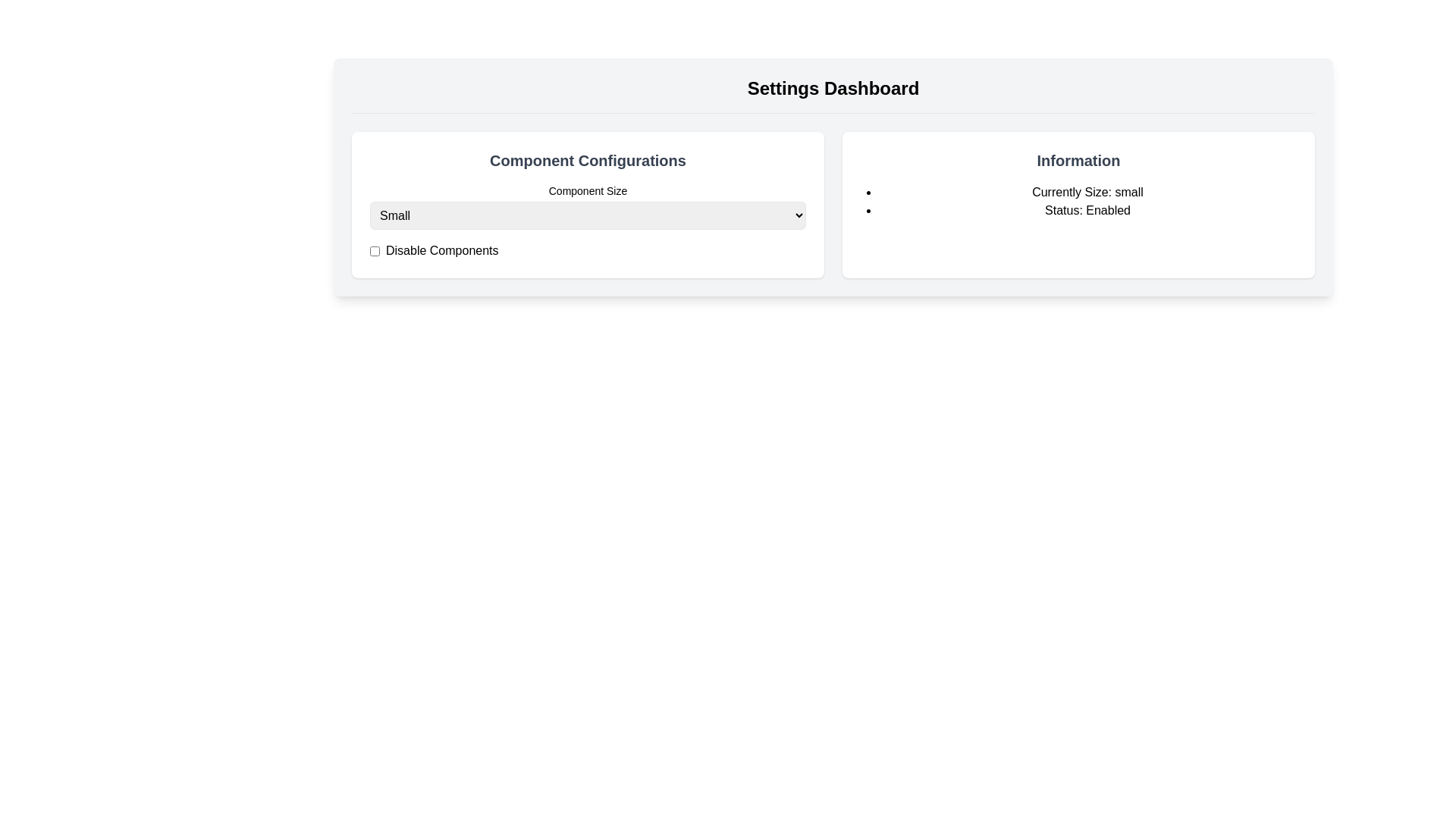  Describe the element at coordinates (1087, 192) in the screenshot. I see `the static text label that reads 'Currently Size: small', located under the header 'Information' in the right section of the interface` at that location.